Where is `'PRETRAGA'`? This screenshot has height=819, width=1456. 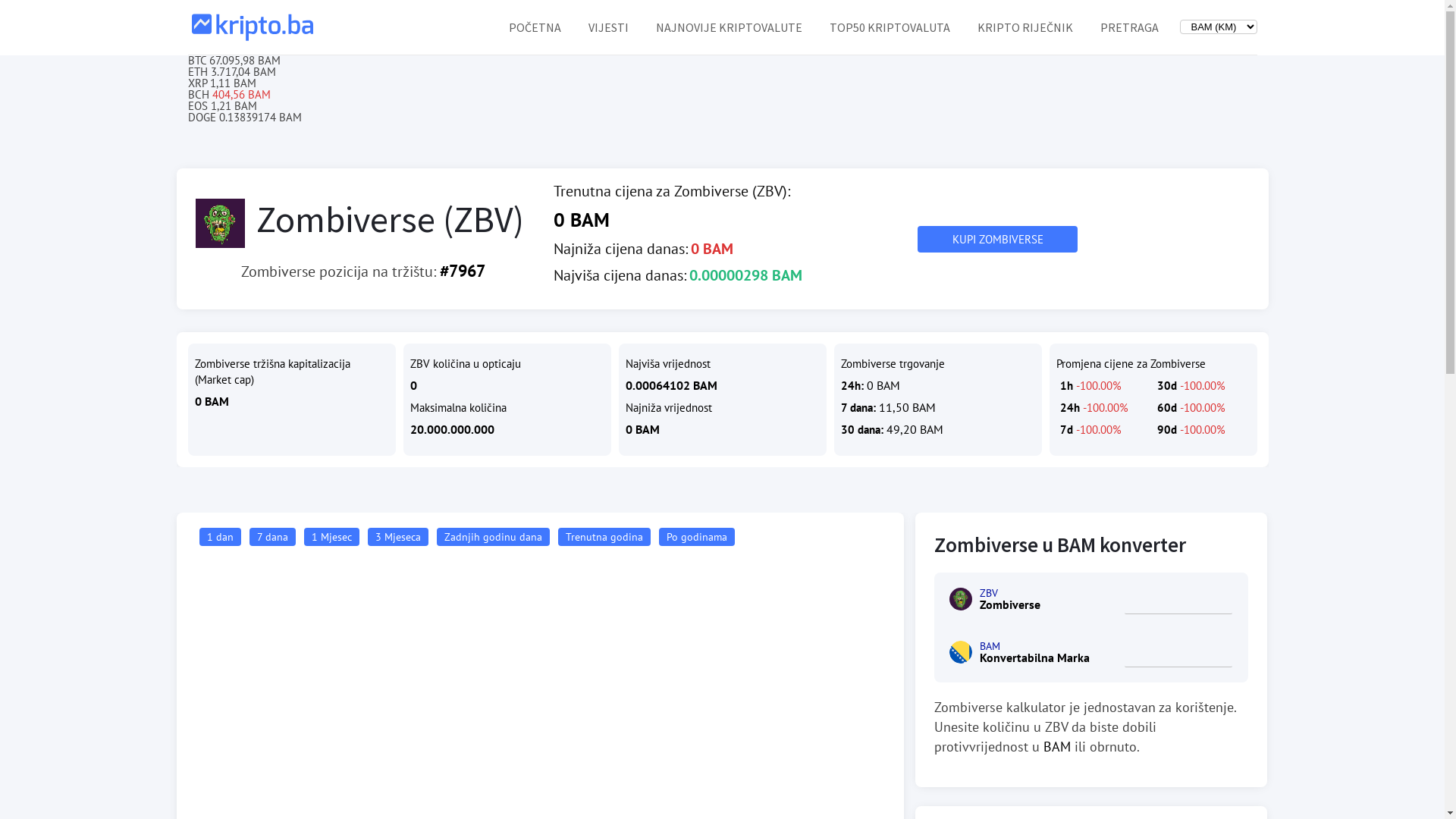 'PRETRAGA' is located at coordinates (1128, 27).